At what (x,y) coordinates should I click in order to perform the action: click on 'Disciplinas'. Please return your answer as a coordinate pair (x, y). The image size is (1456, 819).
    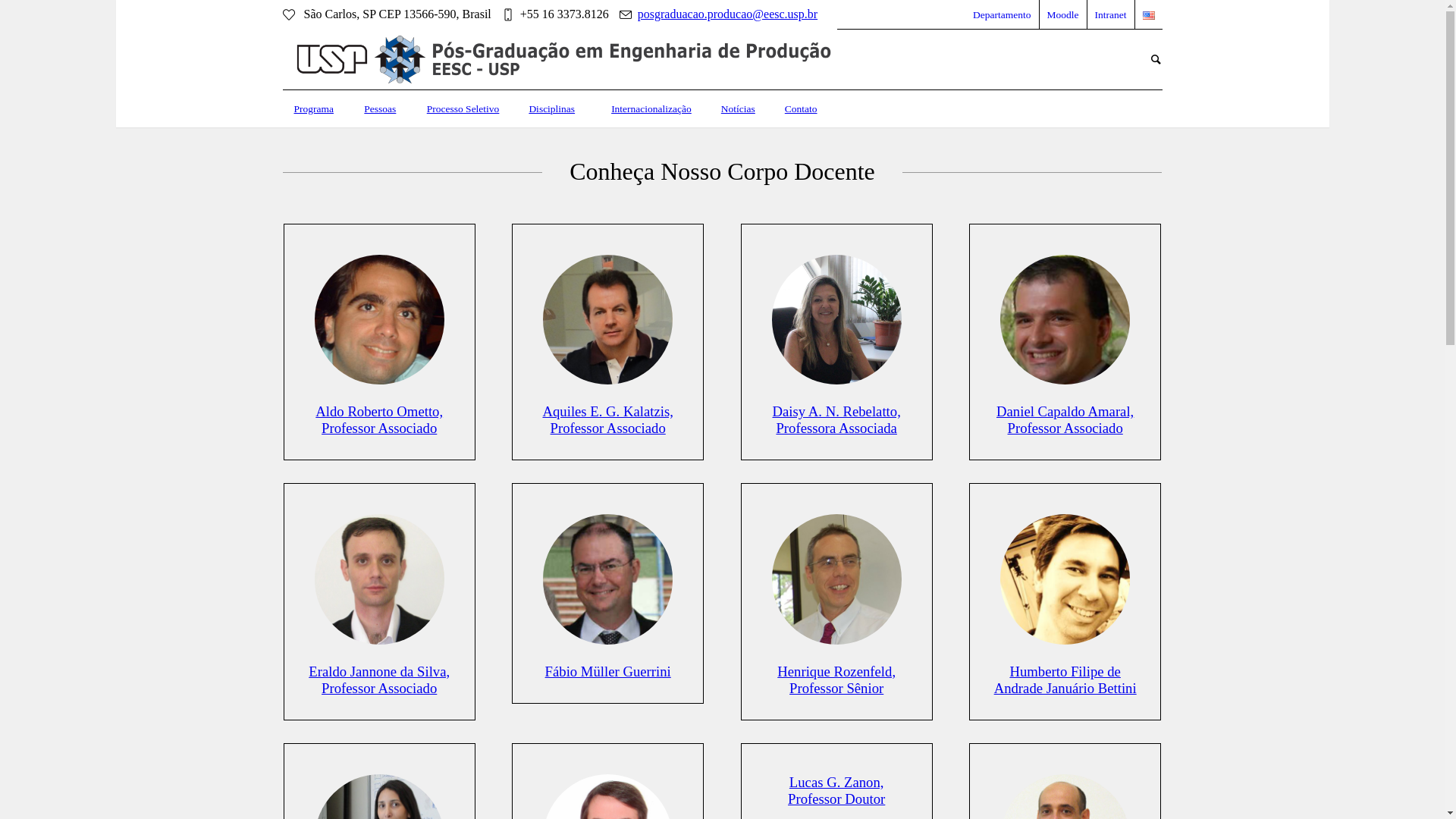
    Looking at the image, I should click on (516, 108).